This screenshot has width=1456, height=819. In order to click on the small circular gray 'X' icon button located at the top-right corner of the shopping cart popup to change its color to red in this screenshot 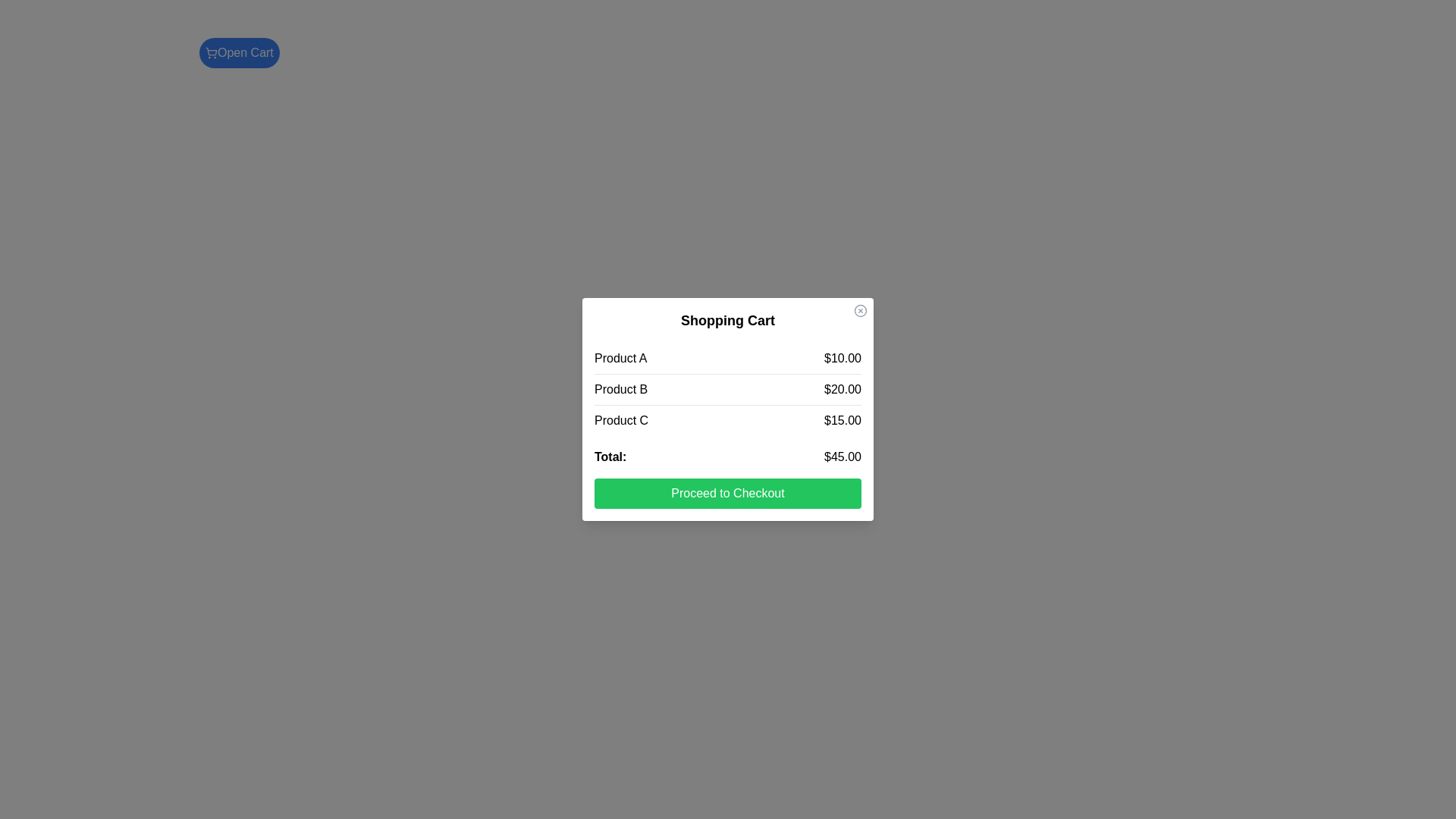, I will do `click(860, 309)`.